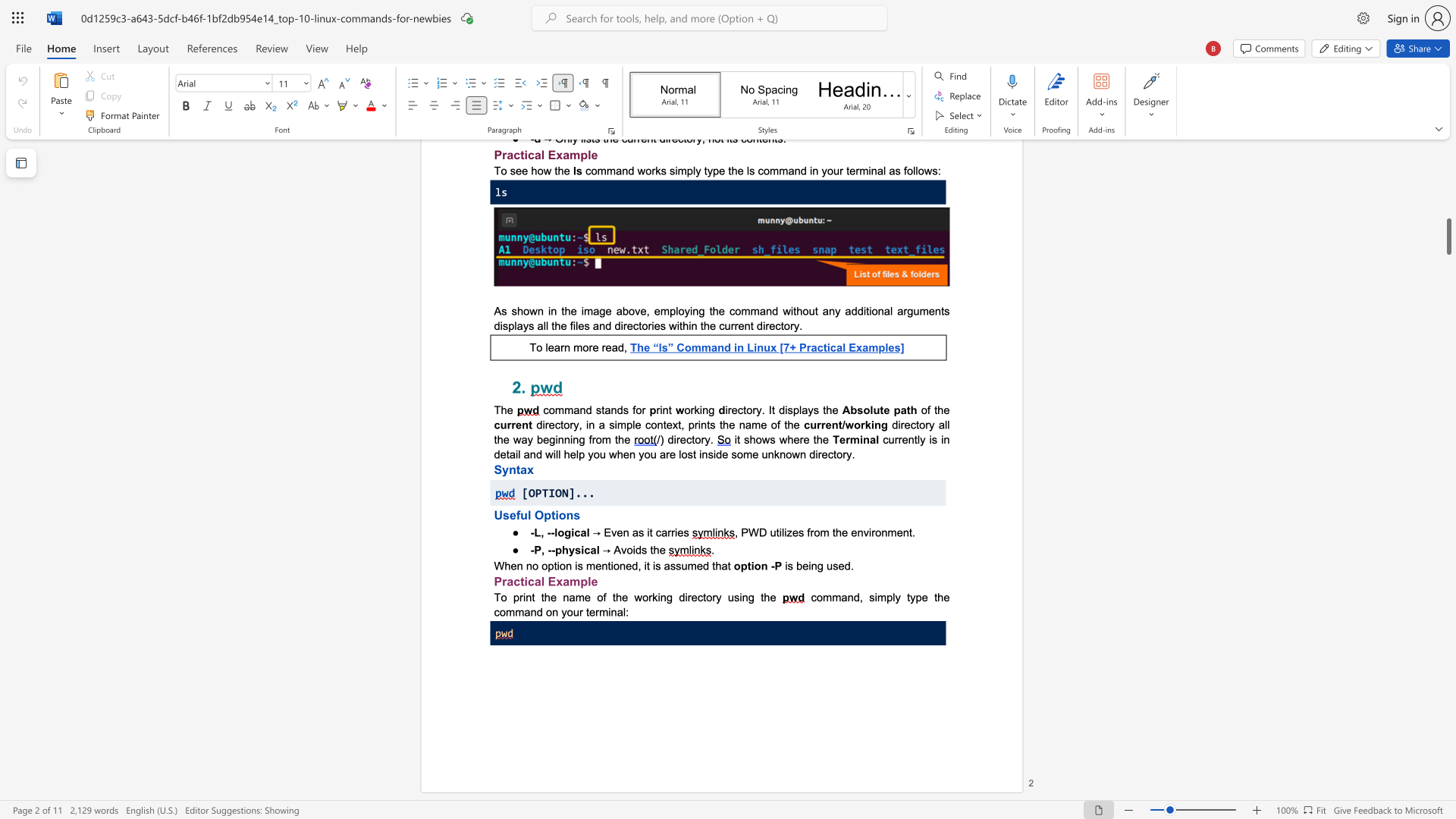  Describe the element at coordinates (797, 532) in the screenshot. I see `the subset text "s from" within the text ", PWD utilizes from the environment."` at that location.